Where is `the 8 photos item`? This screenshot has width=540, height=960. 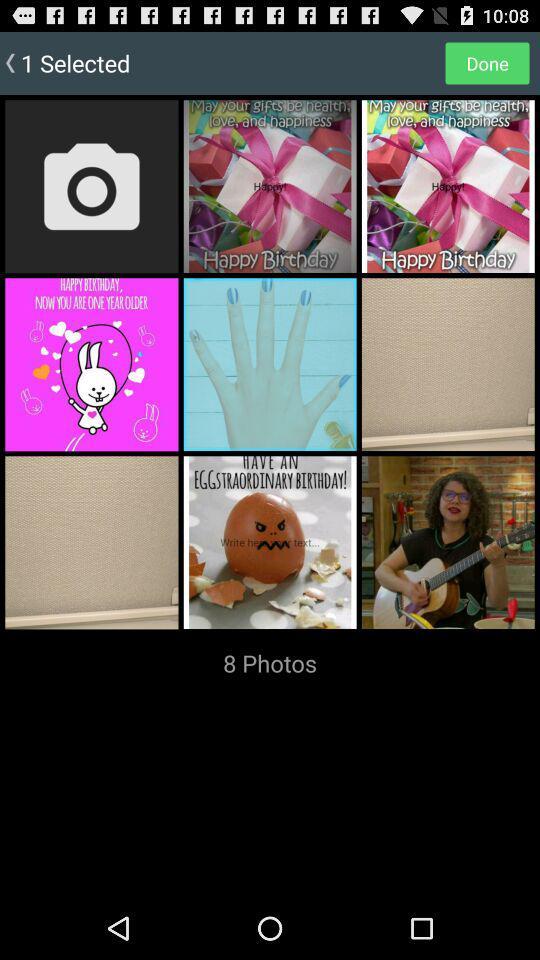
the 8 photos item is located at coordinates (270, 663).